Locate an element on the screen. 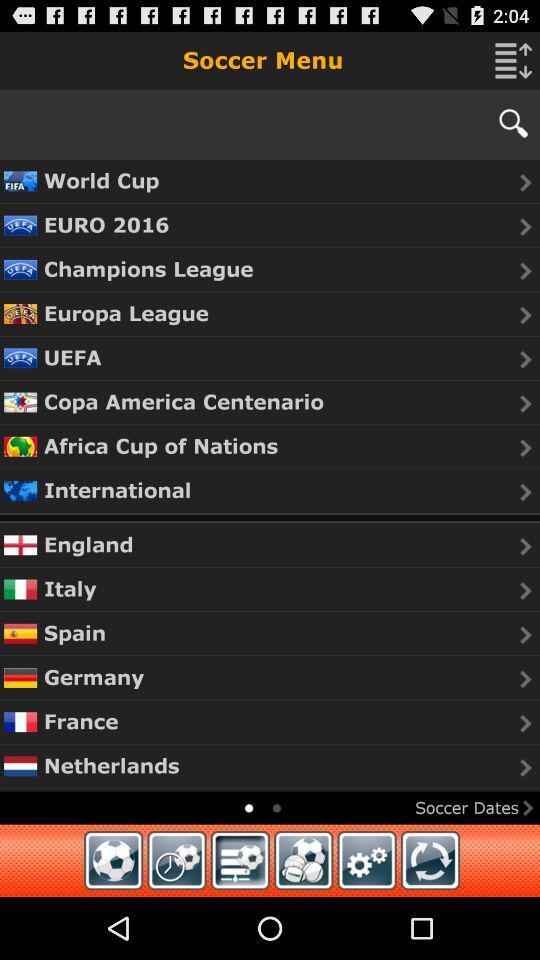 The height and width of the screenshot is (960, 540). the caret right arrow is located at coordinates (526, 590).